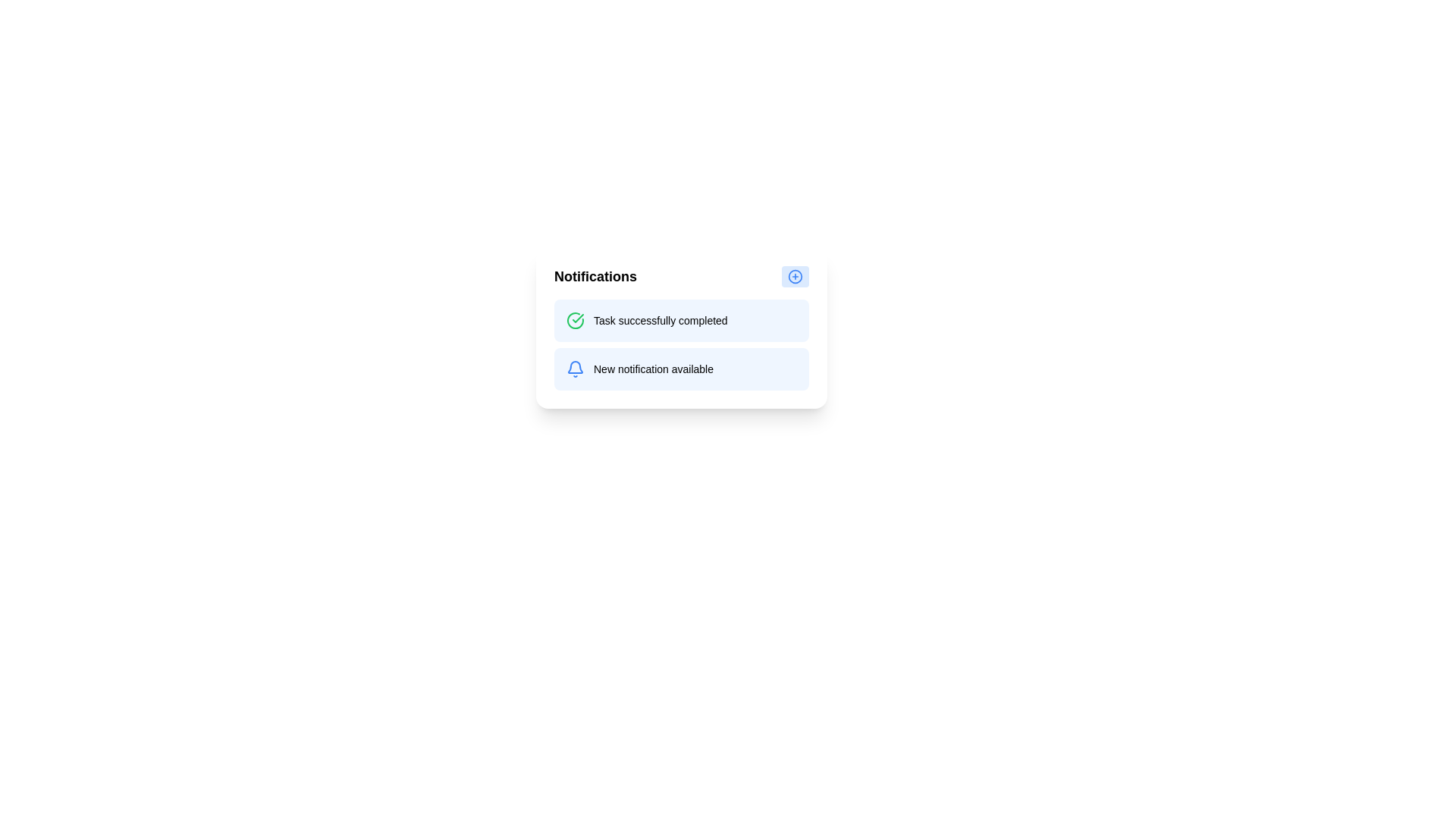 The image size is (1456, 819). I want to click on the Notification panel to interact with system messages or updates, so click(680, 327).